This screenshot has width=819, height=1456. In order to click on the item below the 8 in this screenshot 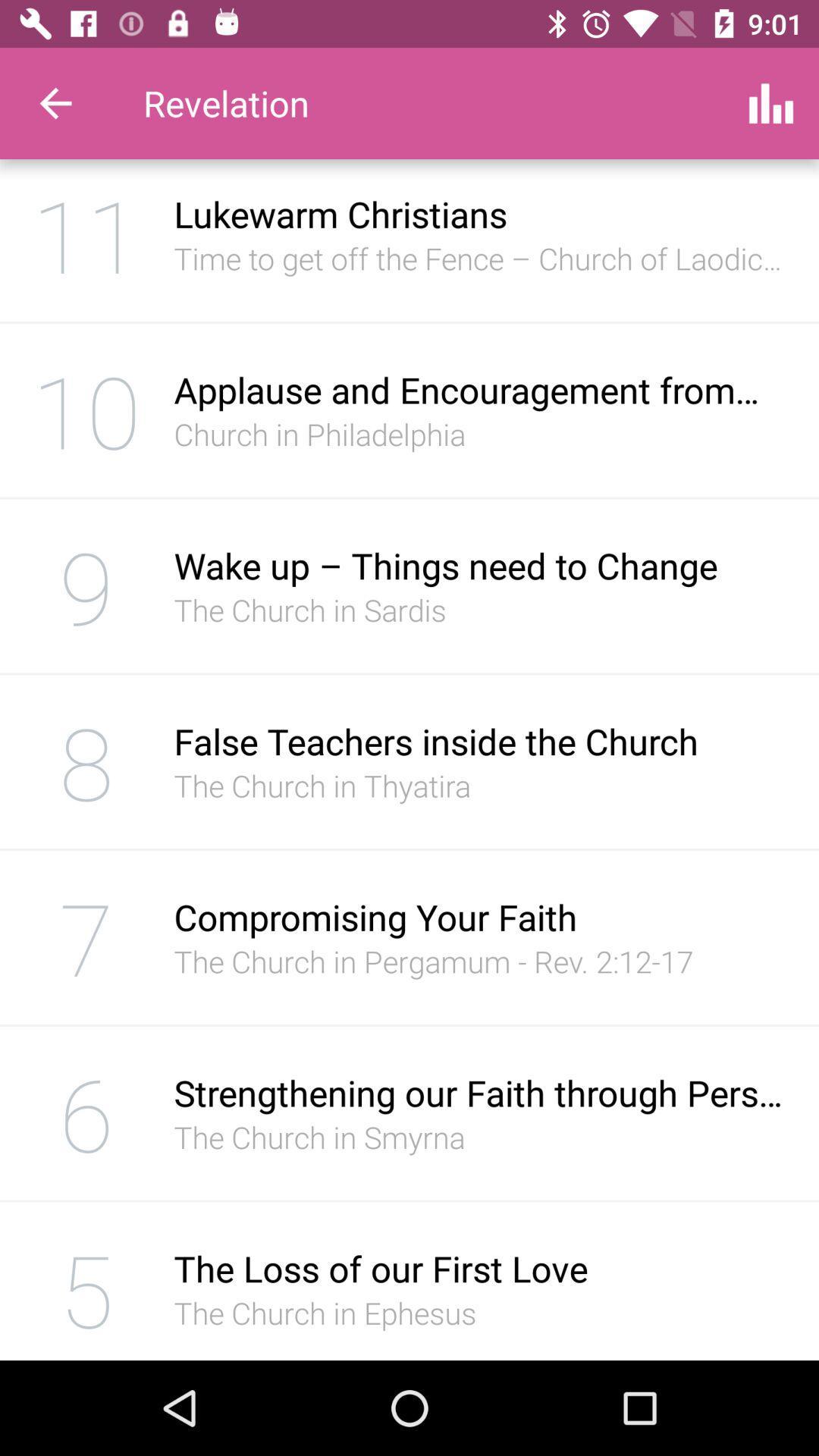, I will do `click(86, 937)`.